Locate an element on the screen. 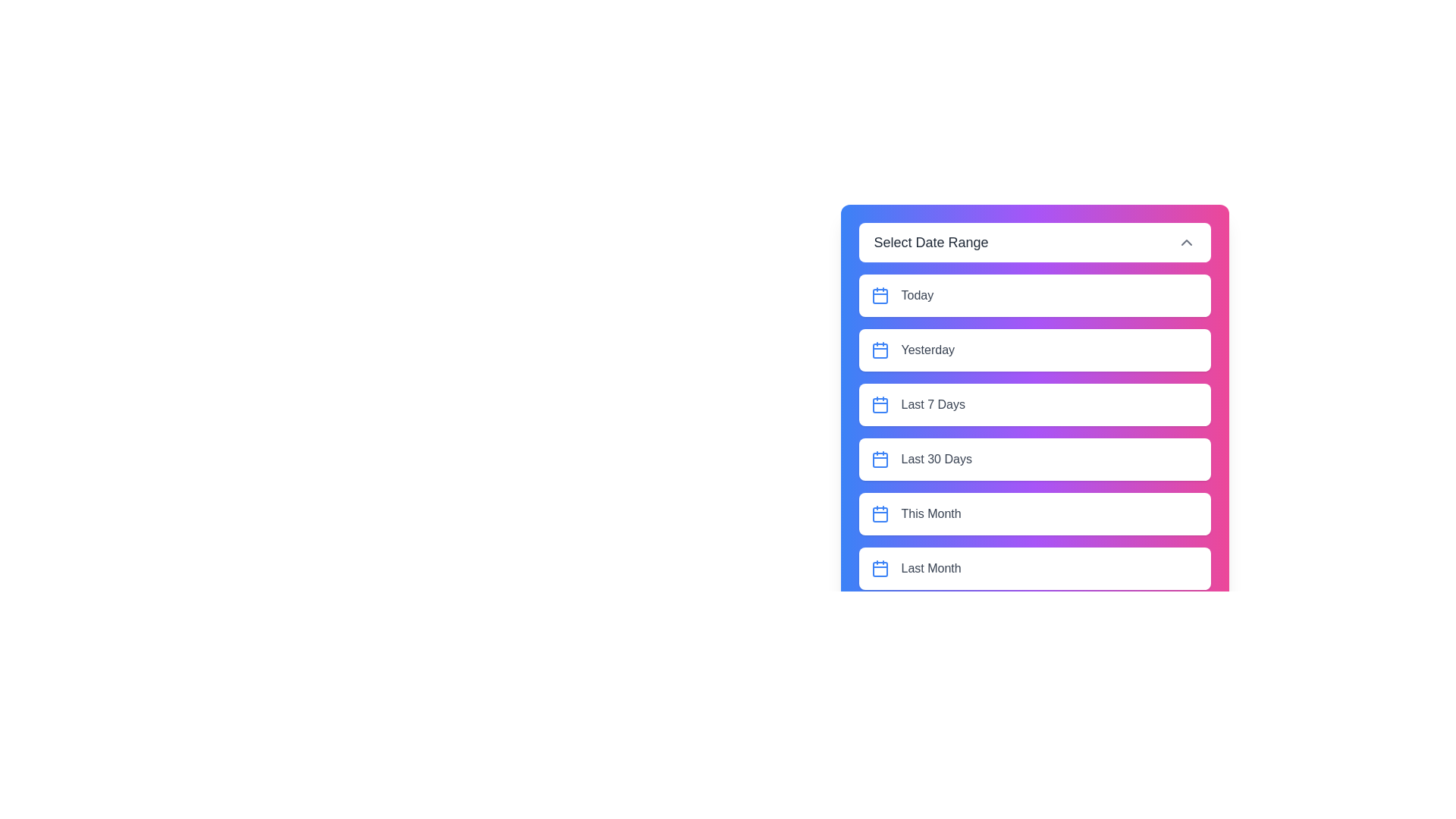  the icon next to the date range Yesterday is located at coordinates (880, 350).